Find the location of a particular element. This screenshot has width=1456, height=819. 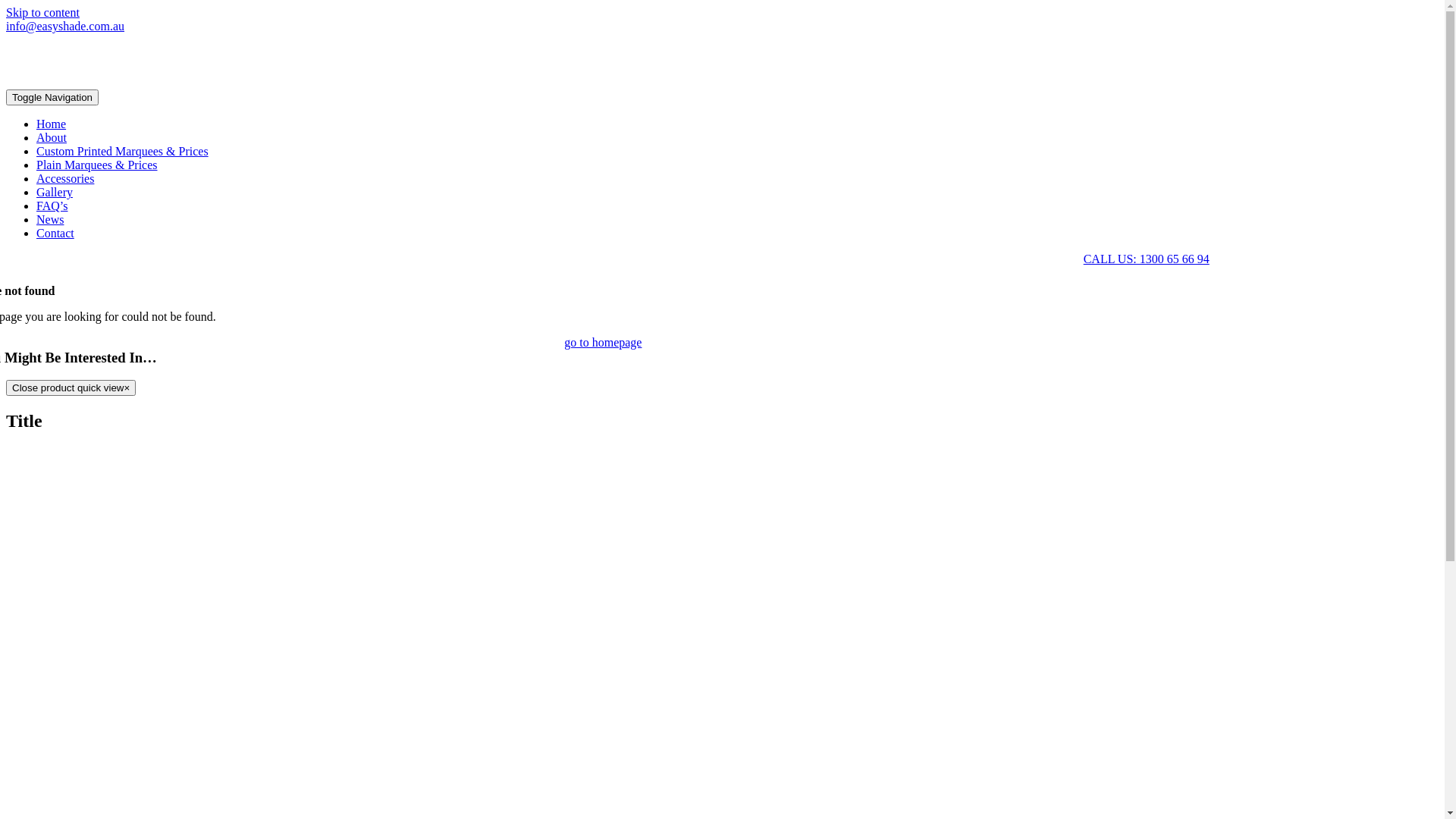

'info@easyshade.com.au' is located at coordinates (64, 26).